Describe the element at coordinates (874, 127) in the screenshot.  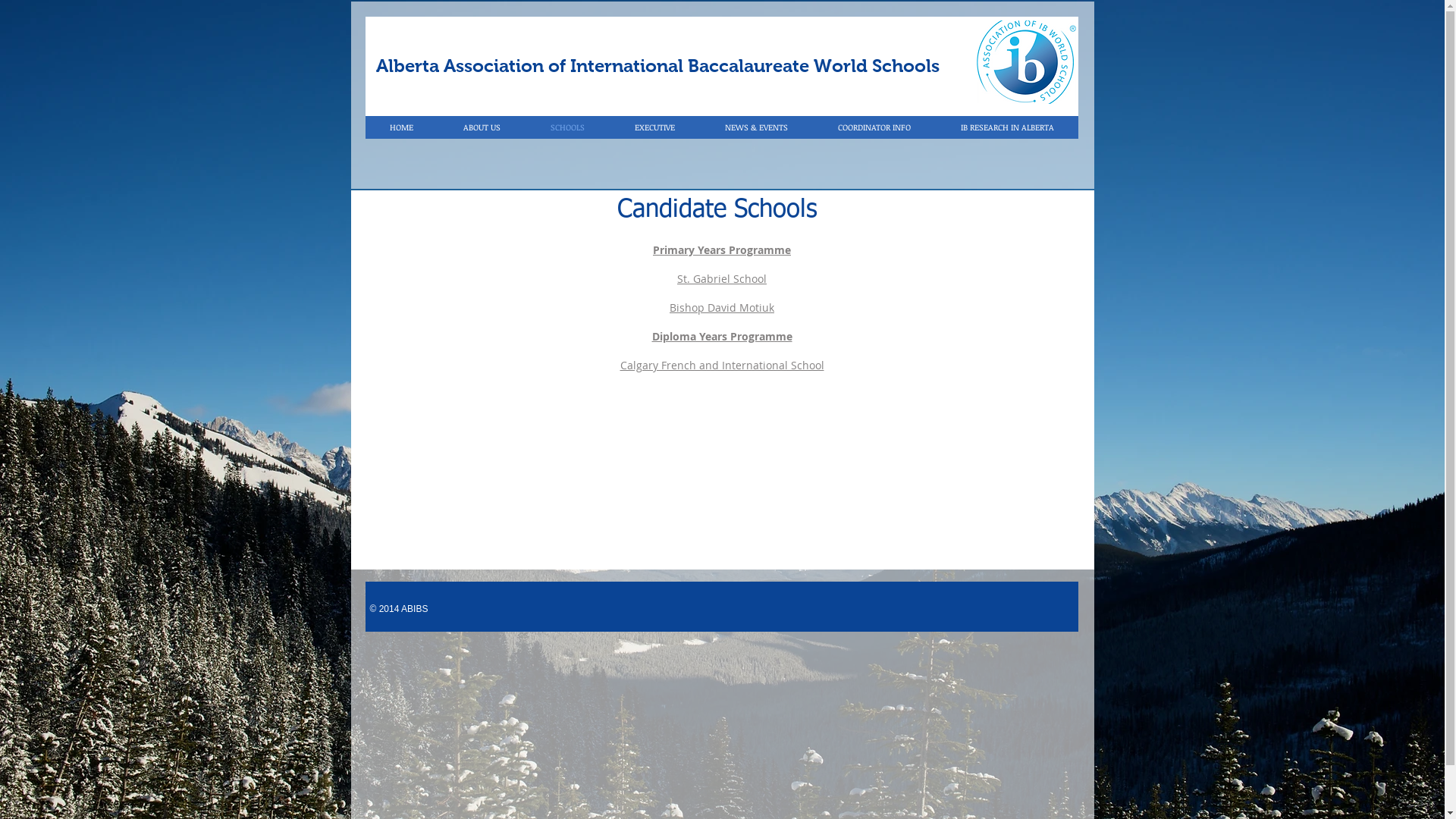
I see `'COORDINATOR INFO'` at that location.